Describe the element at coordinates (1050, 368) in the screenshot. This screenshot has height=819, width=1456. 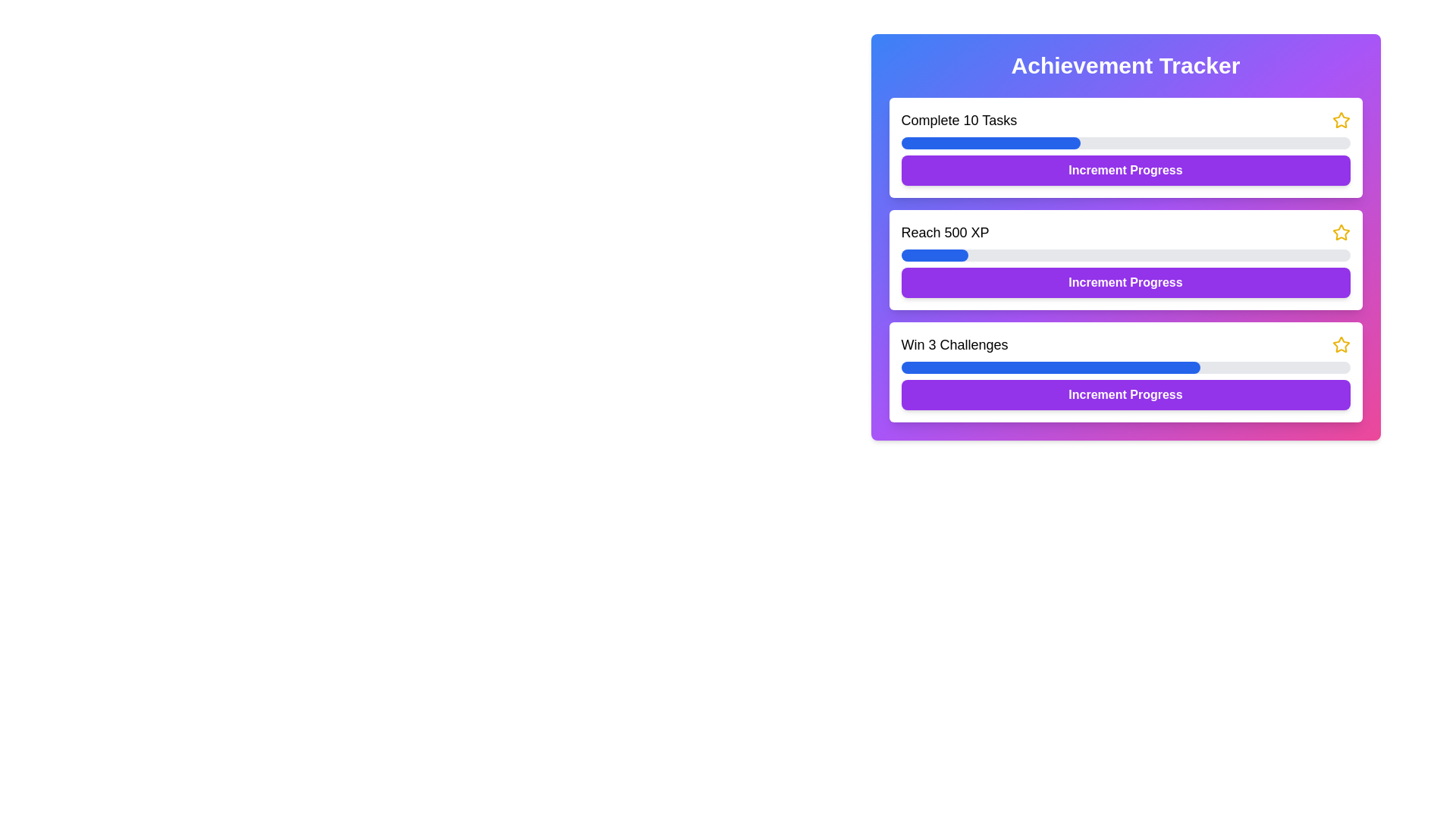
I see `the blue progress bar indicating 66.67% completion of the 'Win 3 Challenges' task, located near the bottom of the section` at that location.